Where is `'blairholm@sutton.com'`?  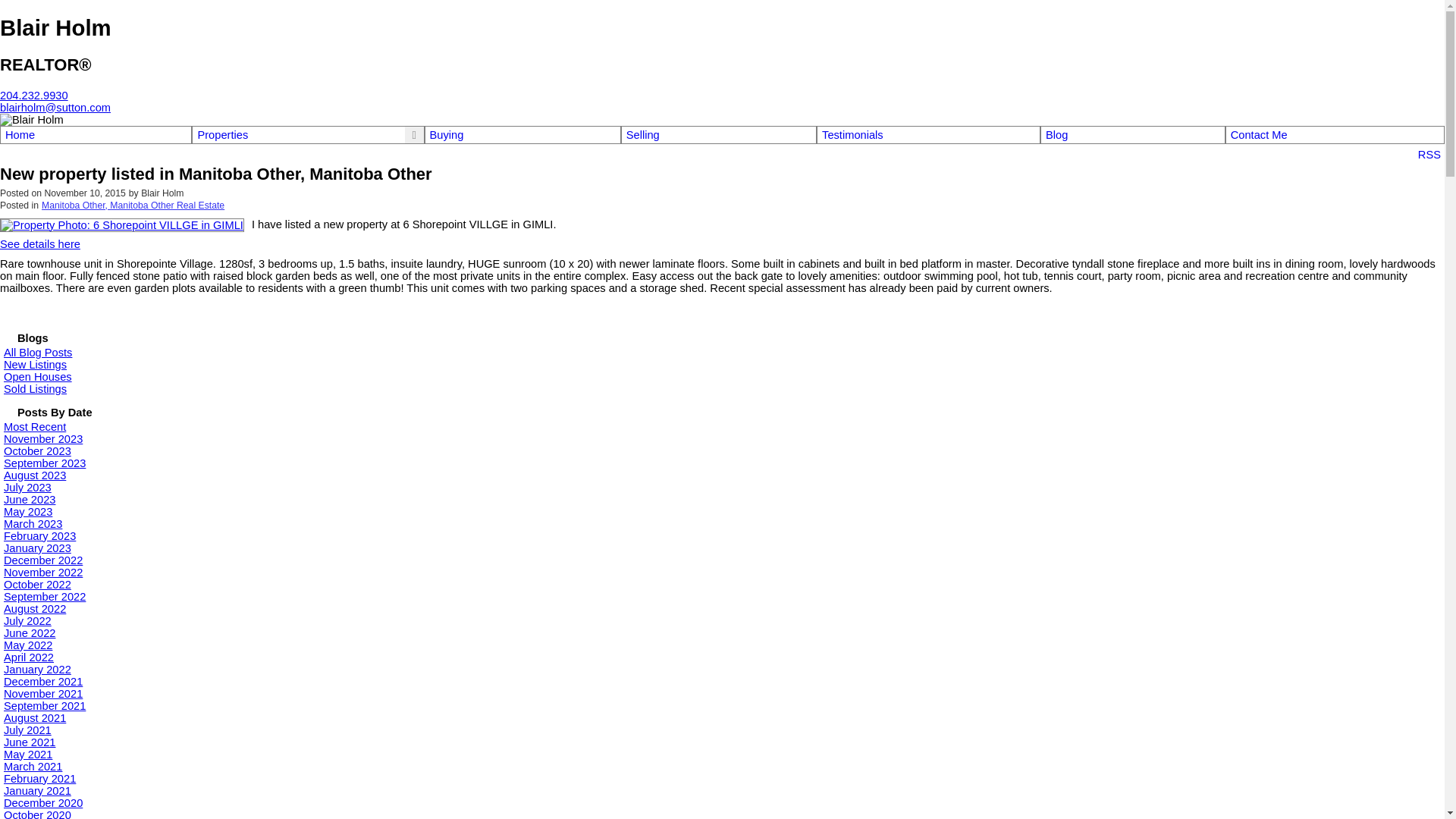
'blairholm@sutton.com' is located at coordinates (55, 107).